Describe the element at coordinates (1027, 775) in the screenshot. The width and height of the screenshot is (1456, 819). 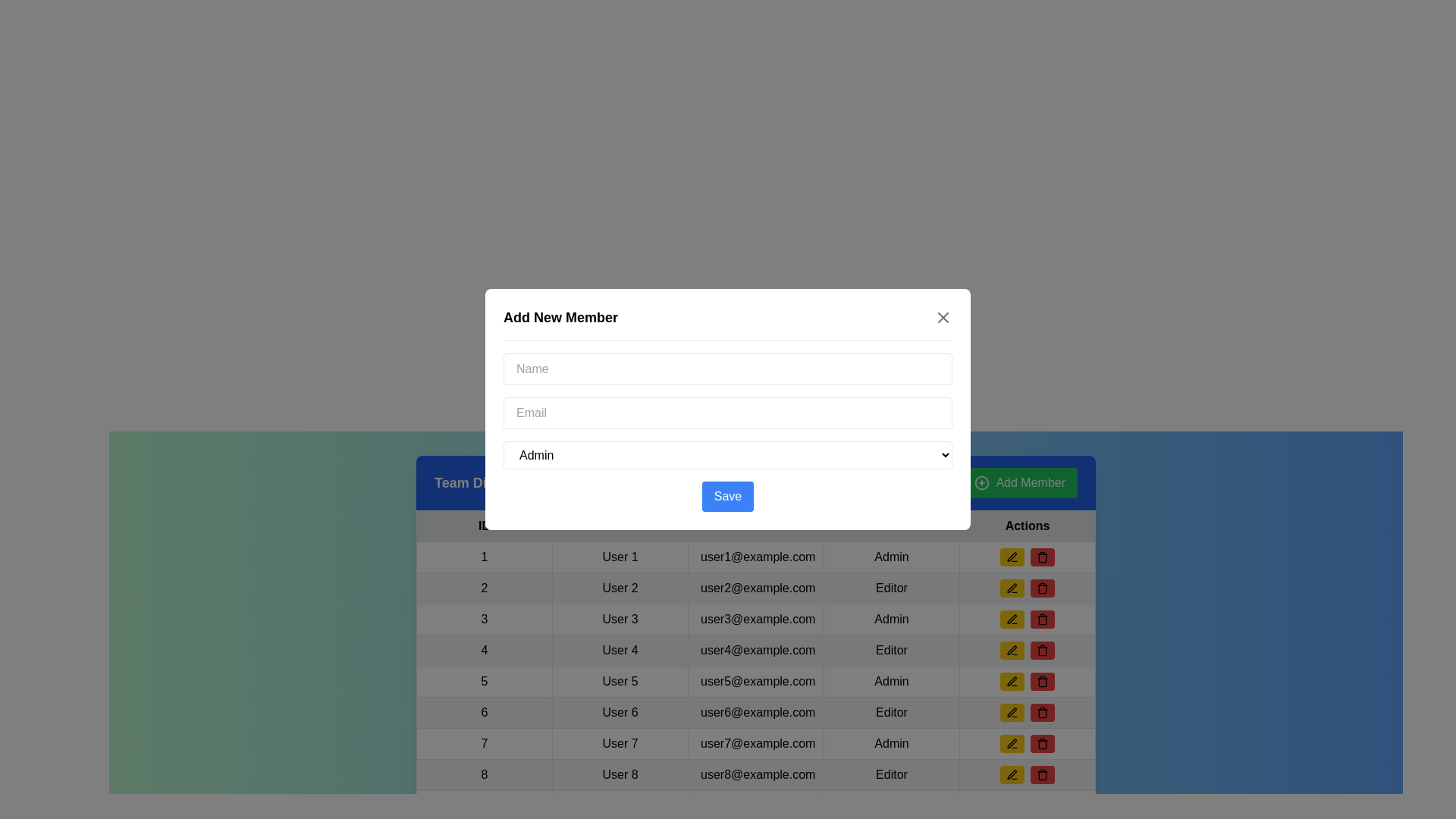
I see `the interactive buttons in the 'Actions' column of the table cell corresponding to 'User 8'` at that location.